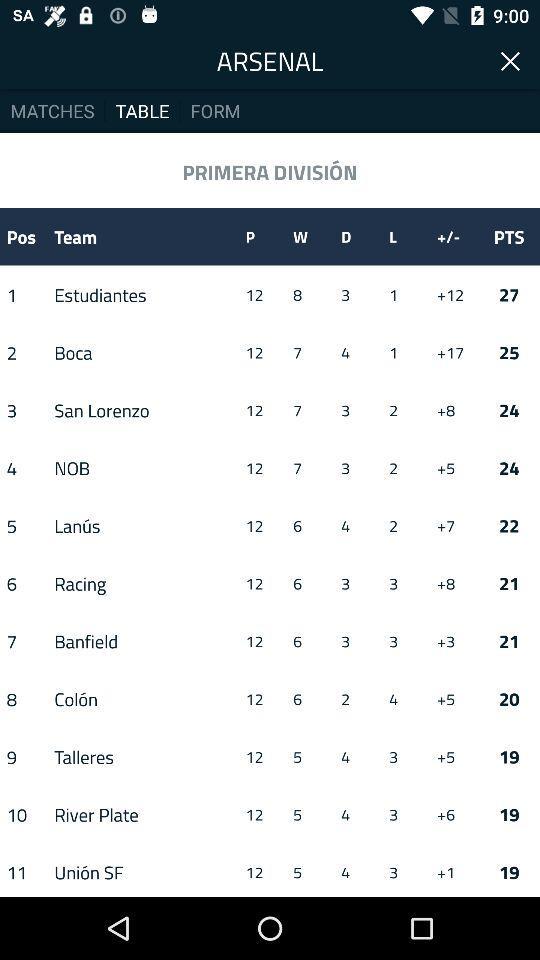 The width and height of the screenshot is (540, 960). I want to click on the icon next to the arsenal icon, so click(511, 59).